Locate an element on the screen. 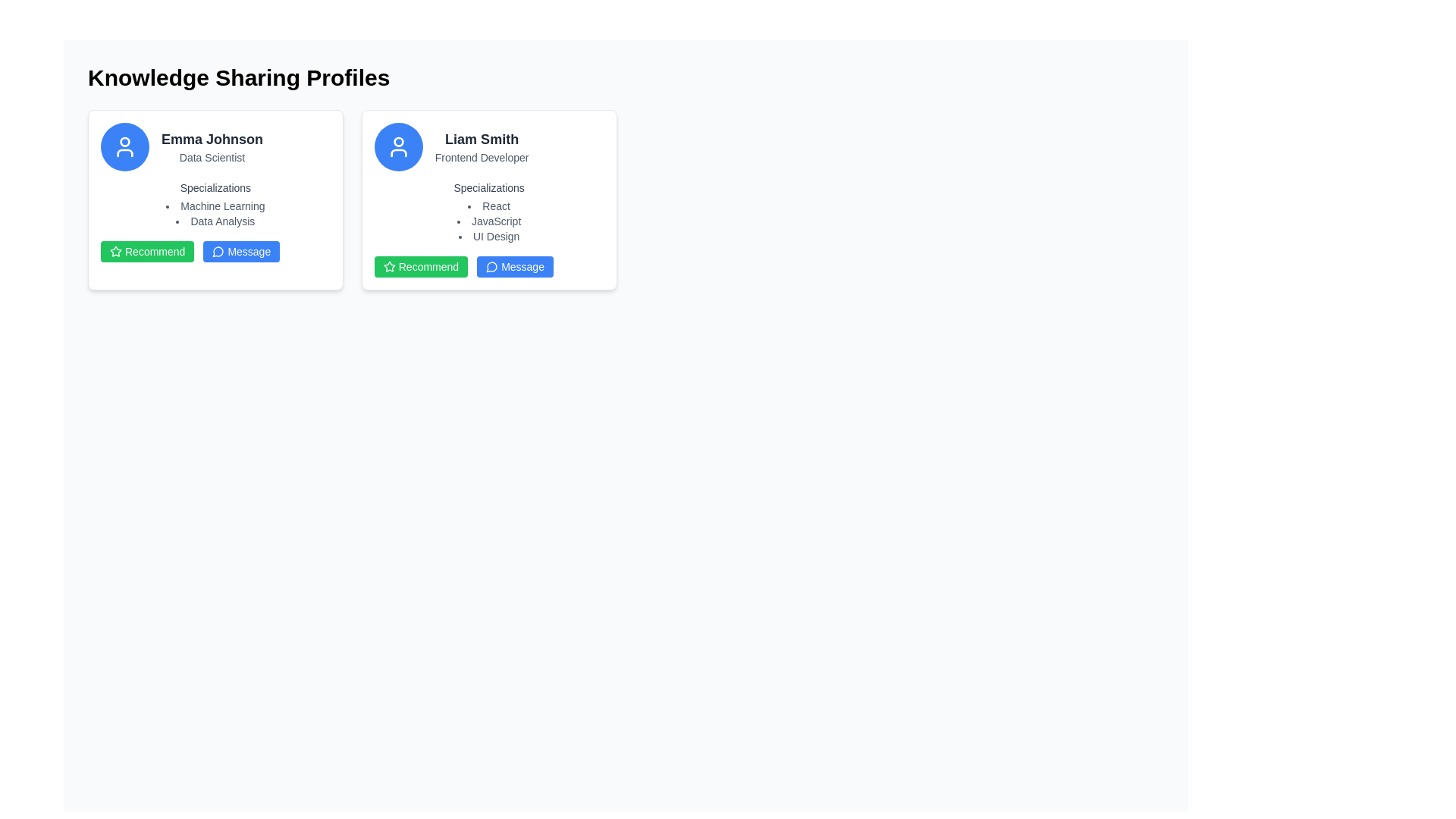 This screenshot has height=819, width=1456. the speech bubble icon within the 'Message' button, located in the profile card of 'Emma Johnson' is located at coordinates (218, 251).